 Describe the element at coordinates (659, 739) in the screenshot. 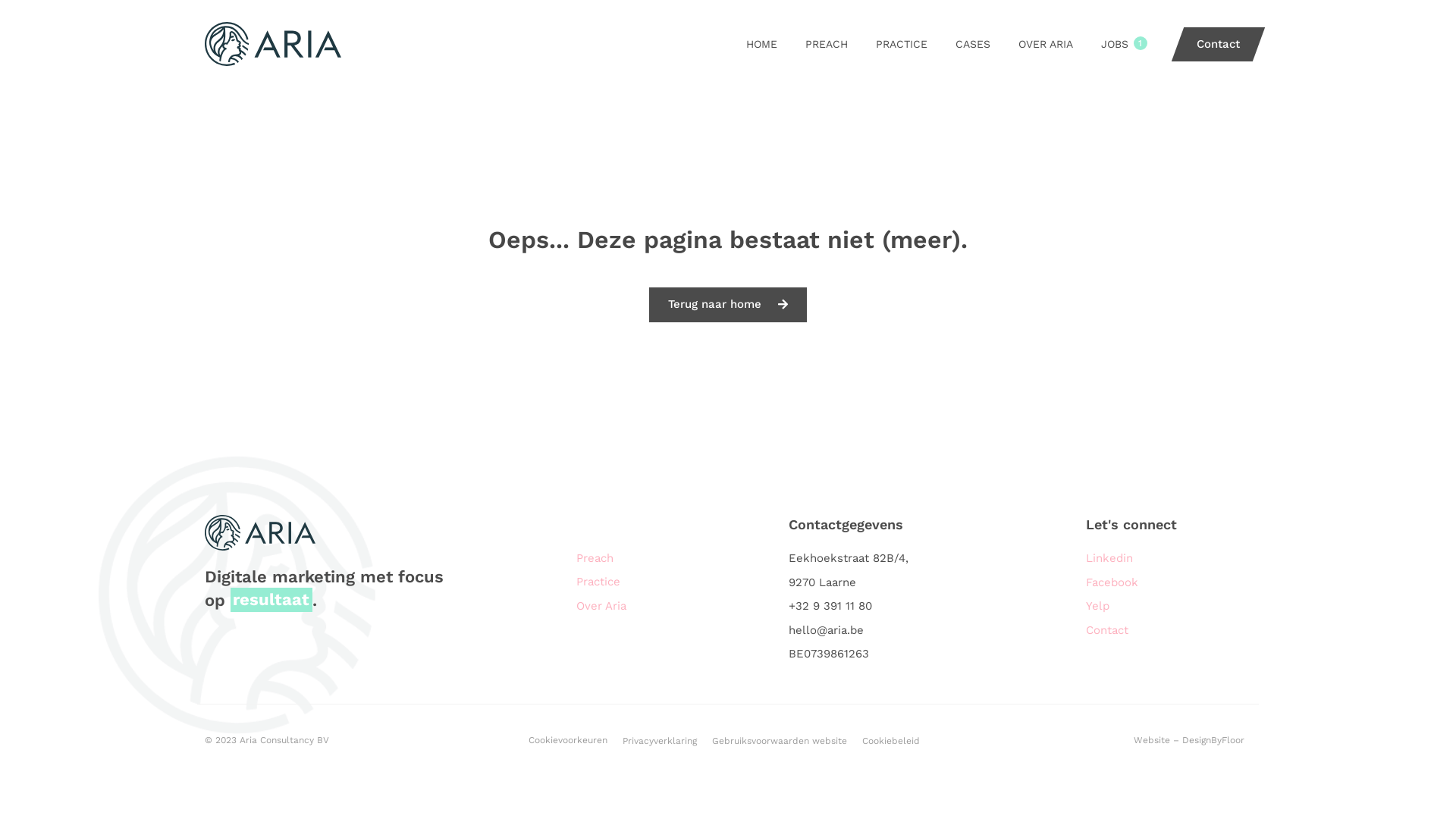

I see `'Privacyverklaring'` at that location.